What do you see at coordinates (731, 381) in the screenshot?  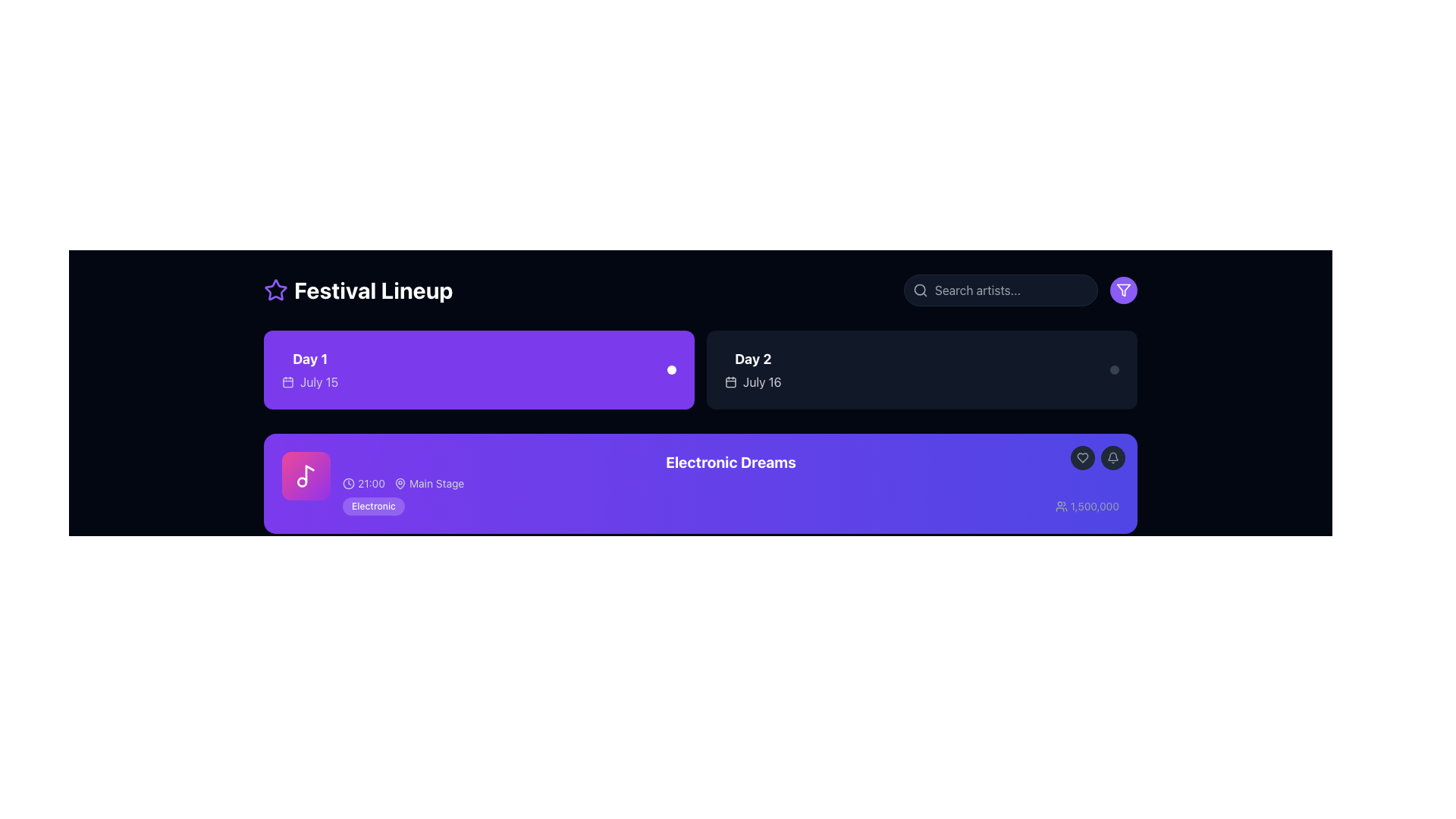 I see `the small calendar icon located to the immediate left of the date text 'July 16' in the 'Day 2' section` at bounding box center [731, 381].